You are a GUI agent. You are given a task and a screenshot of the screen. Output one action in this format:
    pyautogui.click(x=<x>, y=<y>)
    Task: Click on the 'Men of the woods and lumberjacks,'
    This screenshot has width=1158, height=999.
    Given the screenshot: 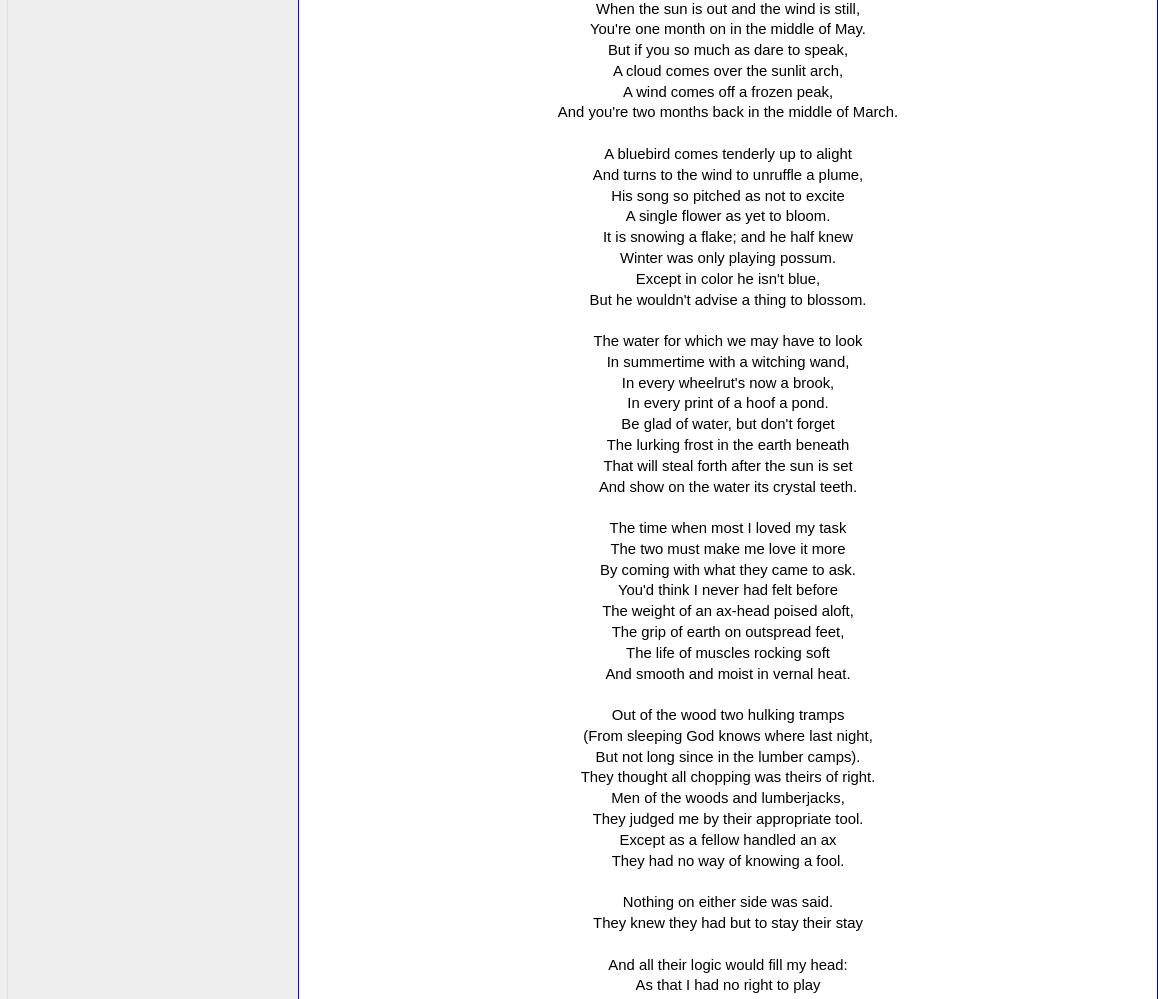 What is the action you would take?
    pyautogui.click(x=609, y=798)
    